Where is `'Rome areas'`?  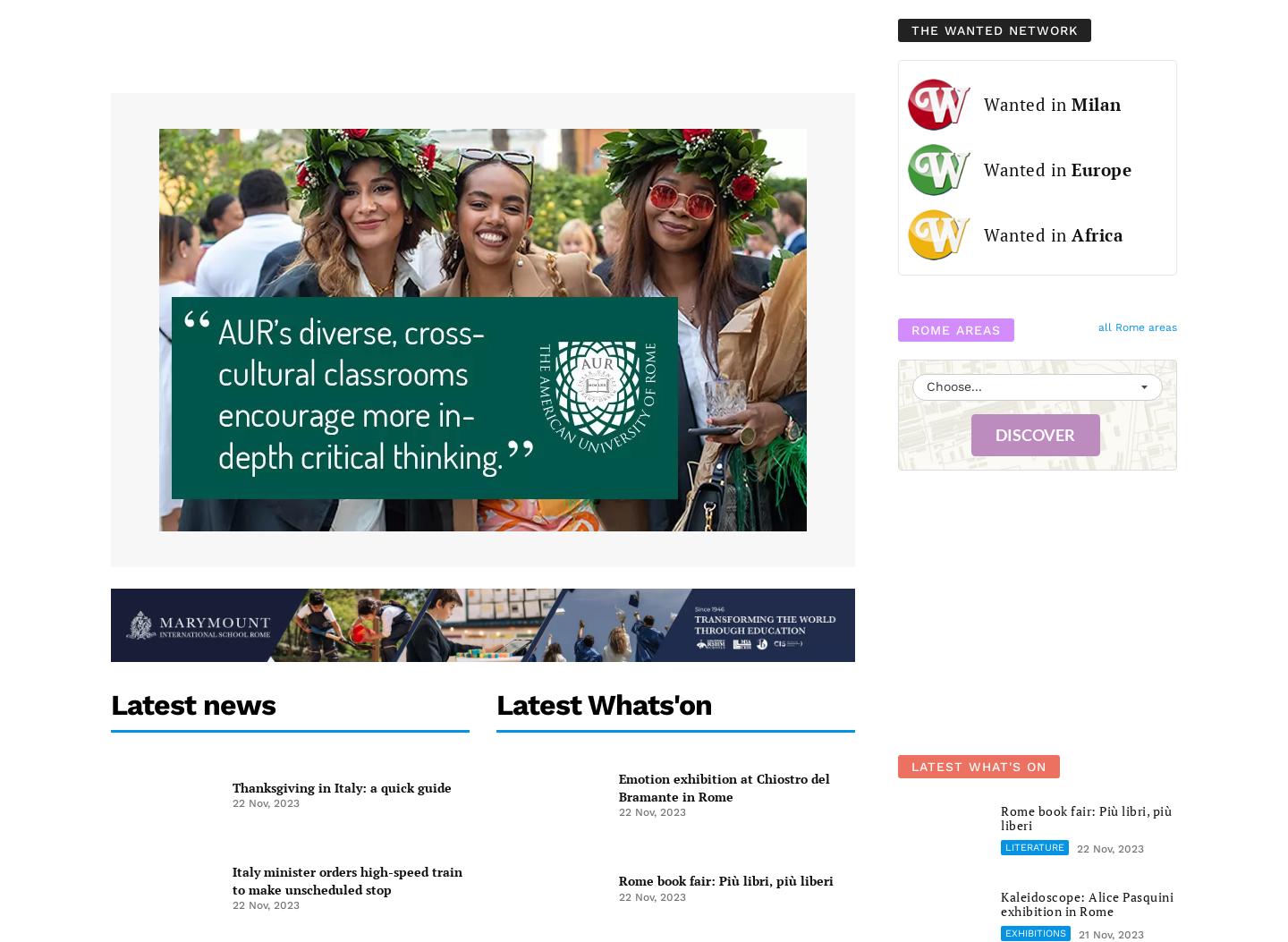
'Rome areas' is located at coordinates (956, 328).